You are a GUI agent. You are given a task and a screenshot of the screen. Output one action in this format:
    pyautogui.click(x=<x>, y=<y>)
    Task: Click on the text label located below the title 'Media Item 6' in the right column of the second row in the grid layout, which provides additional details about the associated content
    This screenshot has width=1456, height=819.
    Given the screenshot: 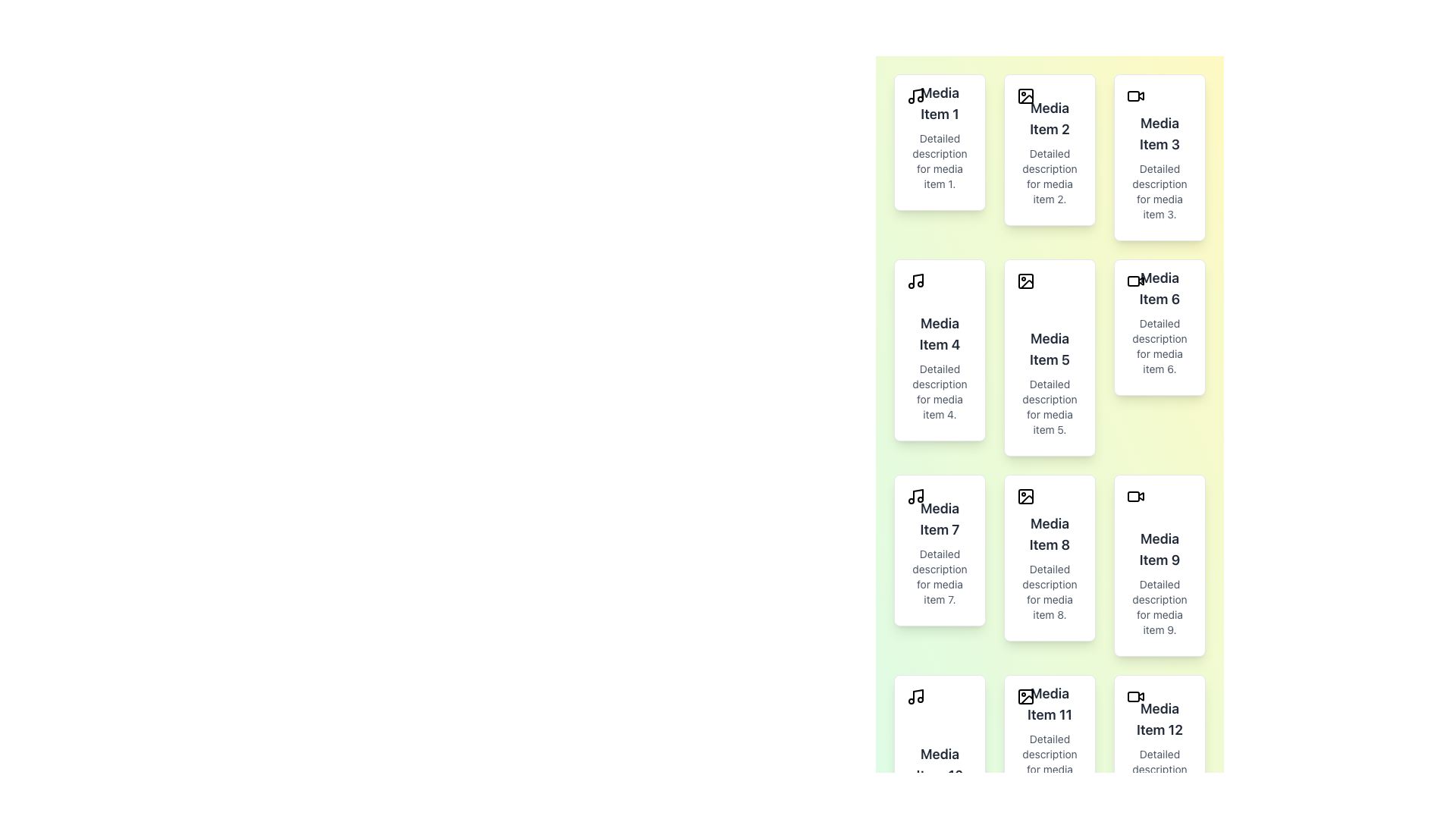 What is the action you would take?
    pyautogui.click(x=1159, y=346)
    